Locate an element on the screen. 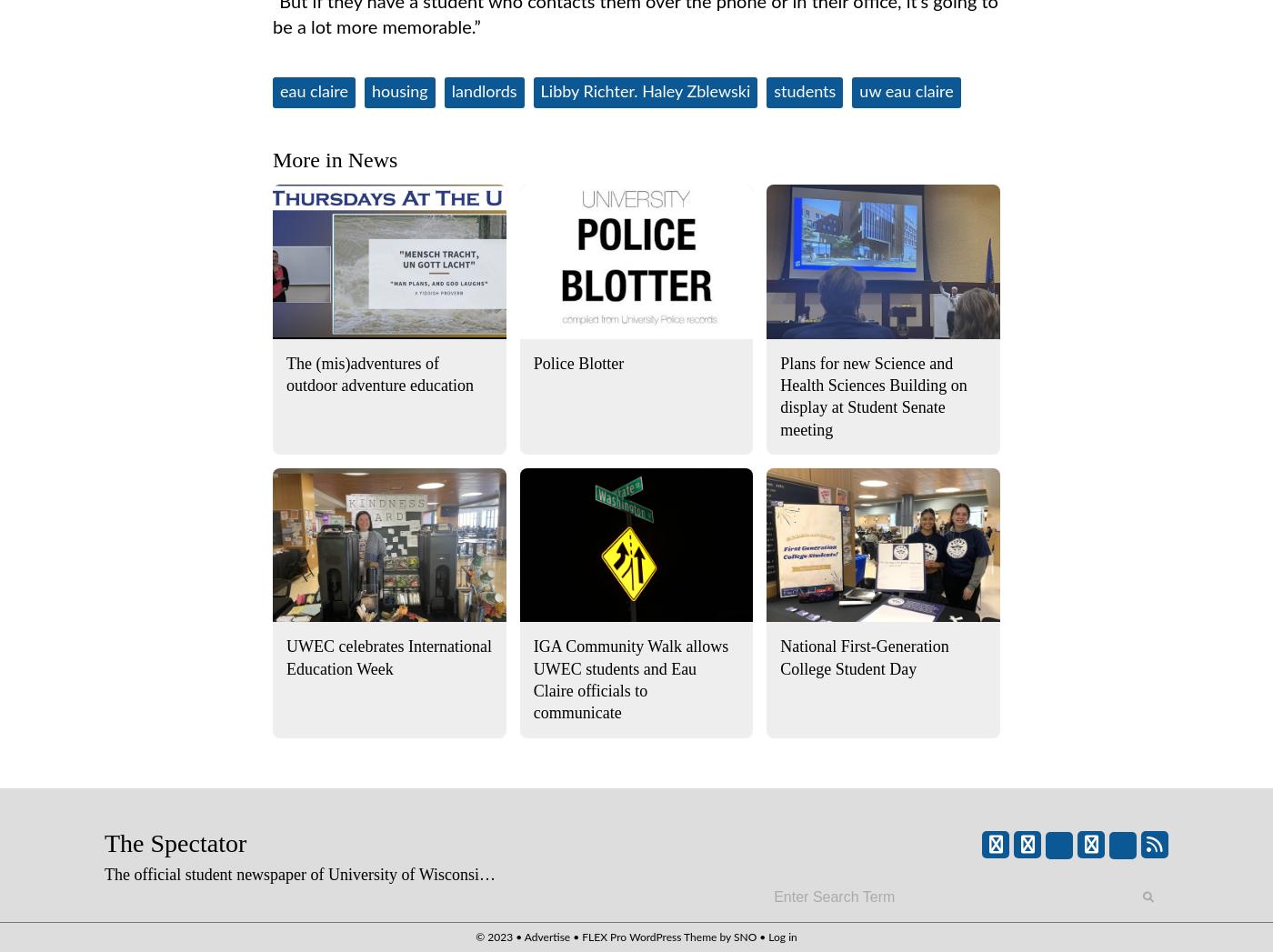 This screenshot has height=952, width=1273. 'housing' is located at coordinates (399, 91).